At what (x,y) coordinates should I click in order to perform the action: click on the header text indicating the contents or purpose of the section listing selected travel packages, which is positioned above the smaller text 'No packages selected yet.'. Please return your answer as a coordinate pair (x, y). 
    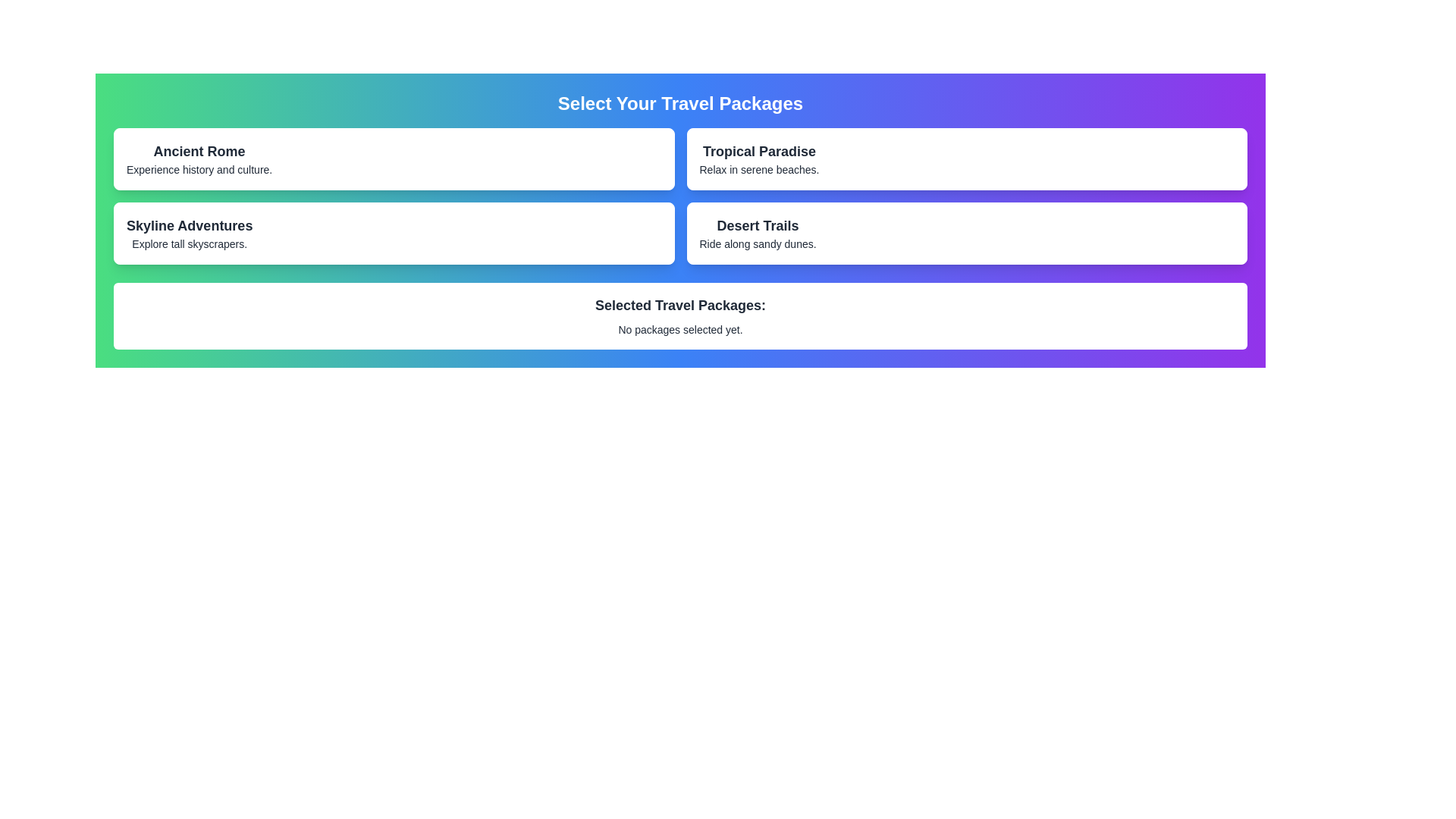
    Looking at the image, I should click on (679, 305).